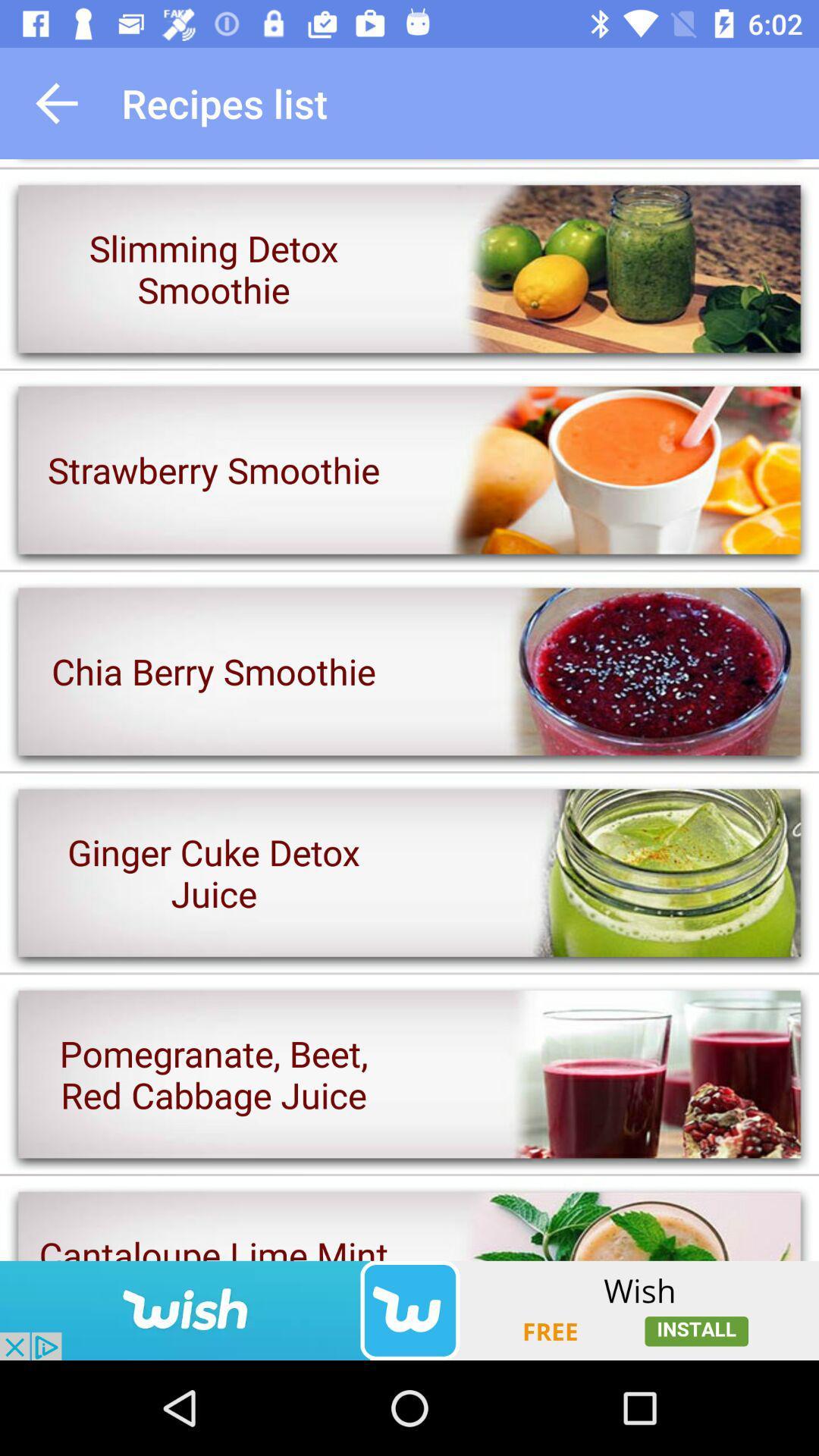 Image resolution: width=819 pixels, height=1456 pixels. Describe the element at coordinates (55, 102) in the screenshot. I see `go back` at that location.